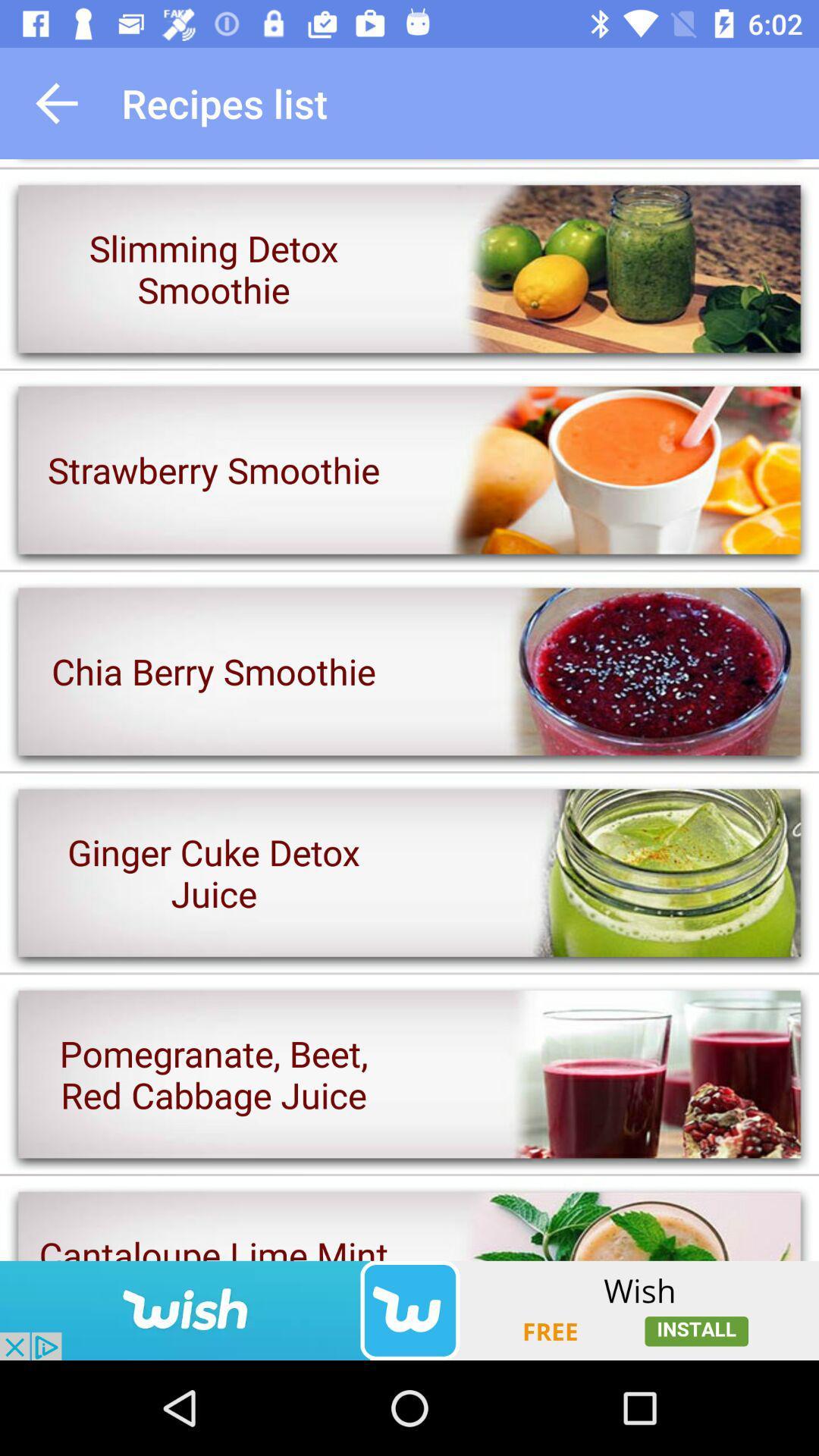 Image resolution: width=819 pixels, height=1456 pixels. Describe the element at coordinates (55, 102) in the screenshot. I see `go back` at that location.